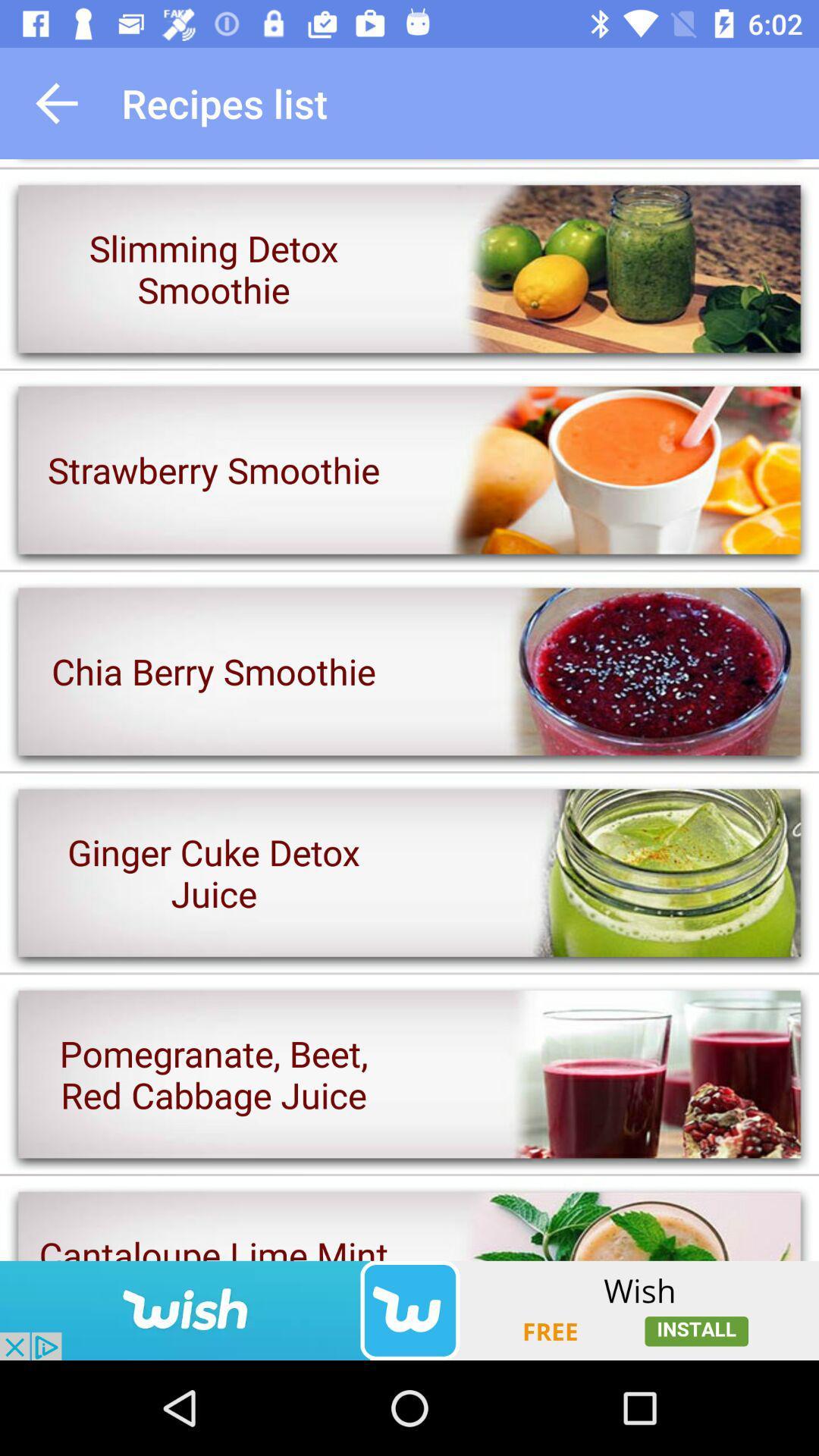 Image resolution: width=819 pixels, height=1456 pixels. Describe the element at coordinates (55, 102) in the screenshot. I see `go back` at that location.